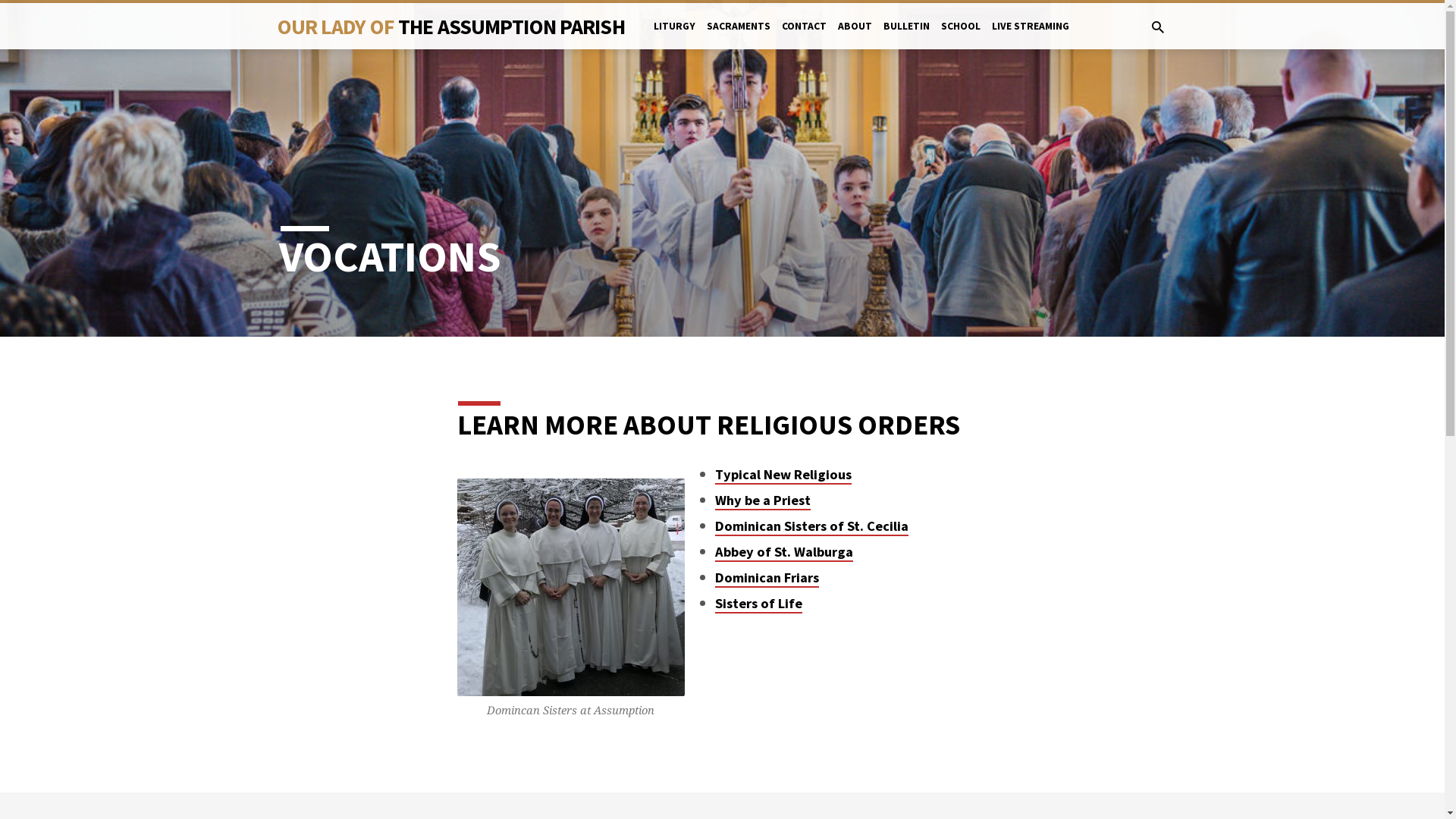 This screenshot has width=1456, height=819. What do you see at coordinates (673, 35) in the screenshot?
I see `'LITURGY'` at bounding box center [673, 35].